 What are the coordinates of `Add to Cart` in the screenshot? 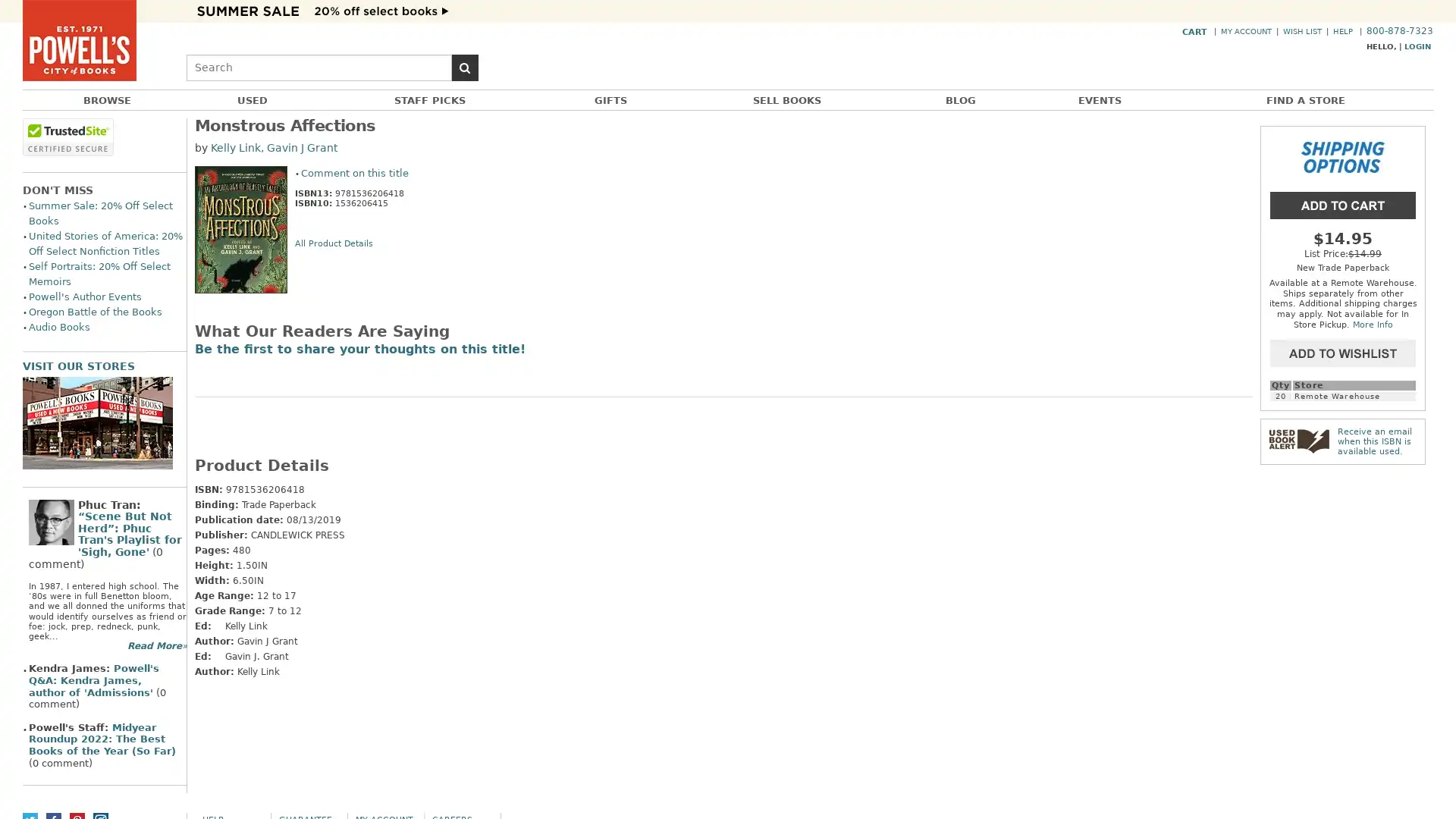 It's located at (1343, 203).